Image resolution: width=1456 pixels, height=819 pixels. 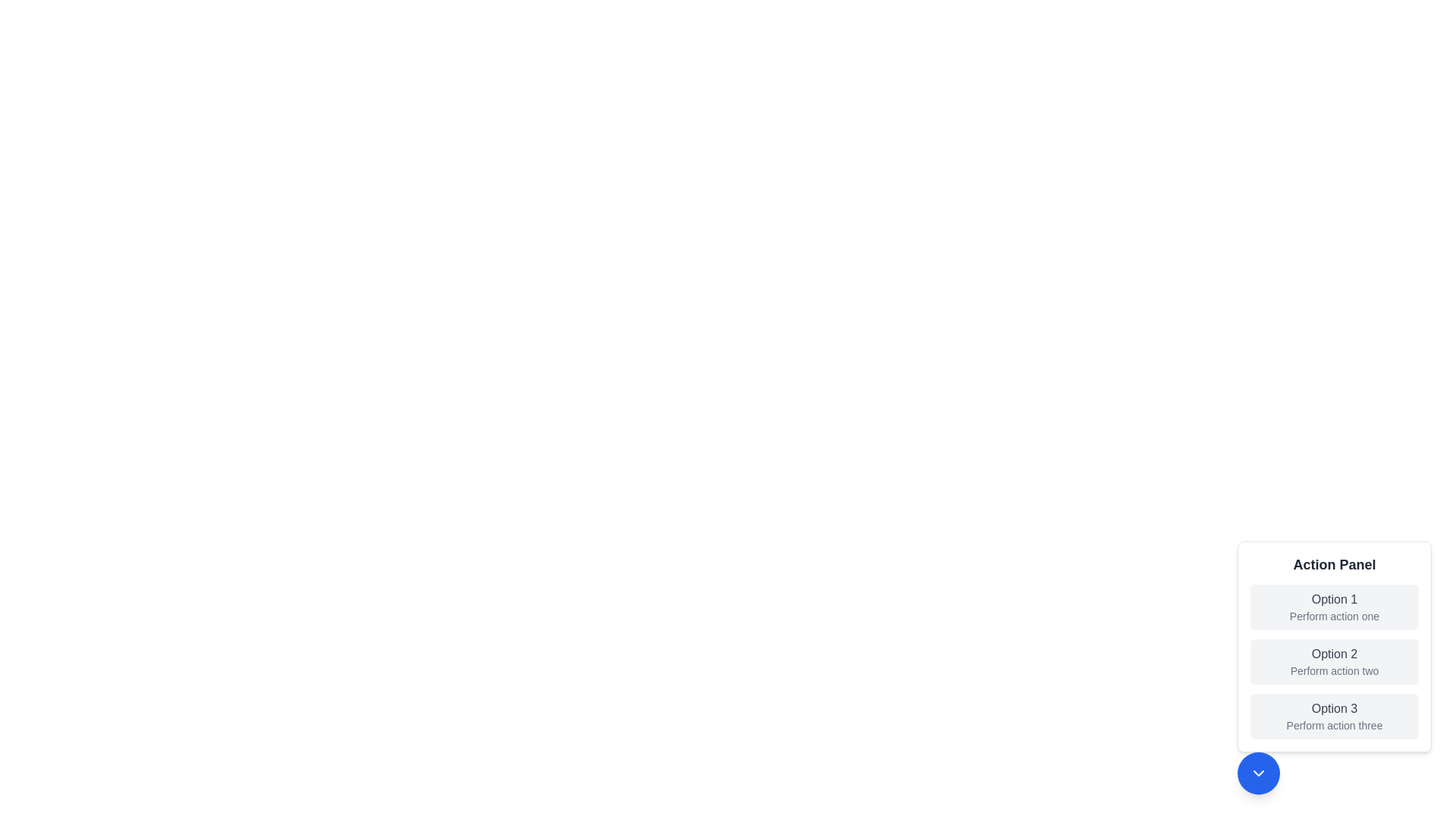 What do you see at coordinates (1335, 667) in the screenshot?
I see `the second text button option in the 'Action Panel'` at bounding box center [1335, 667].